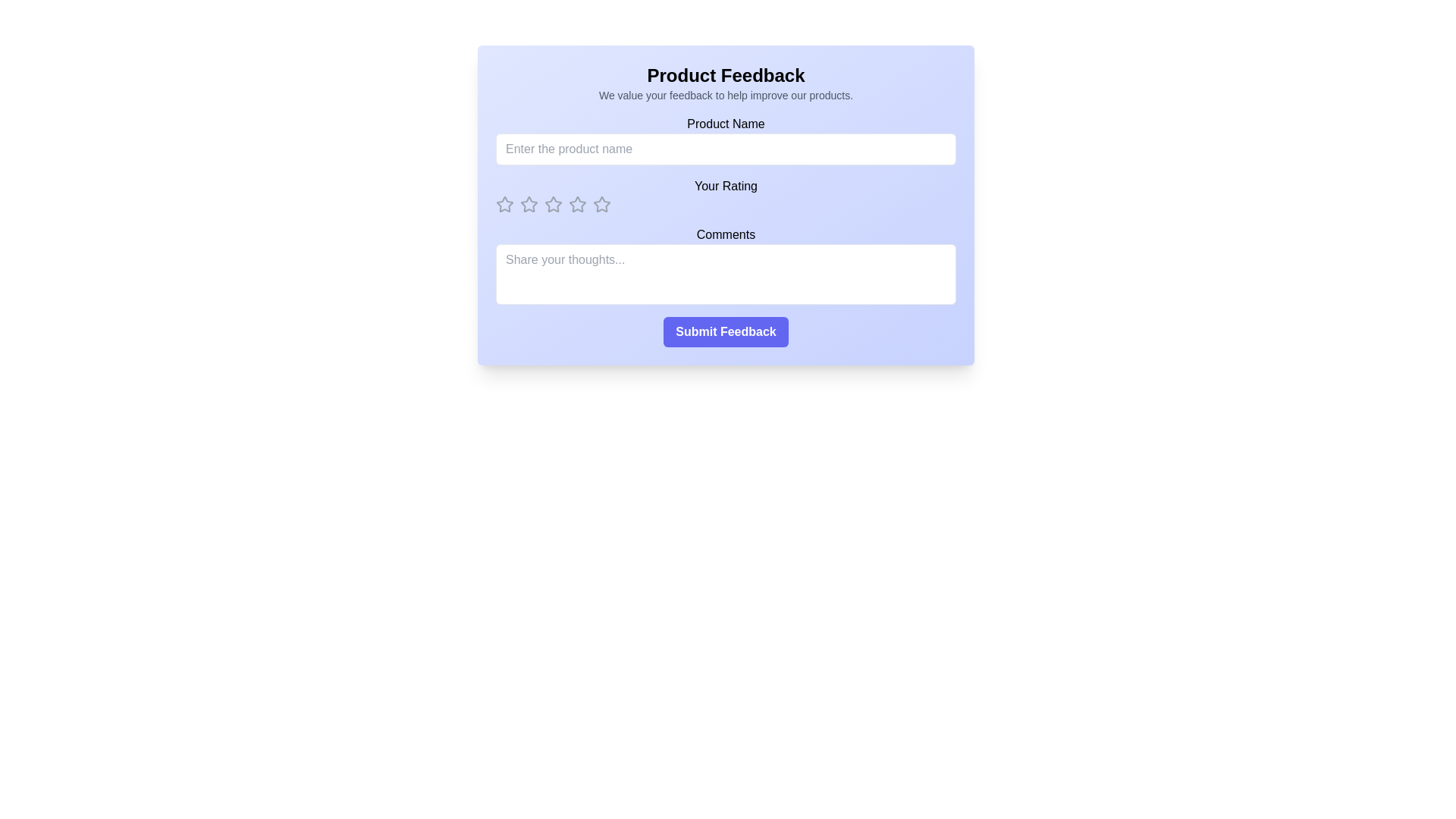  What do you see at coordinates (552, 205) in the screenshot?
I see `the fourth rating star in the rating system, which is positioned between the third and fifth stars below the 'Your Rating' label` at bounding box center [552, 205].